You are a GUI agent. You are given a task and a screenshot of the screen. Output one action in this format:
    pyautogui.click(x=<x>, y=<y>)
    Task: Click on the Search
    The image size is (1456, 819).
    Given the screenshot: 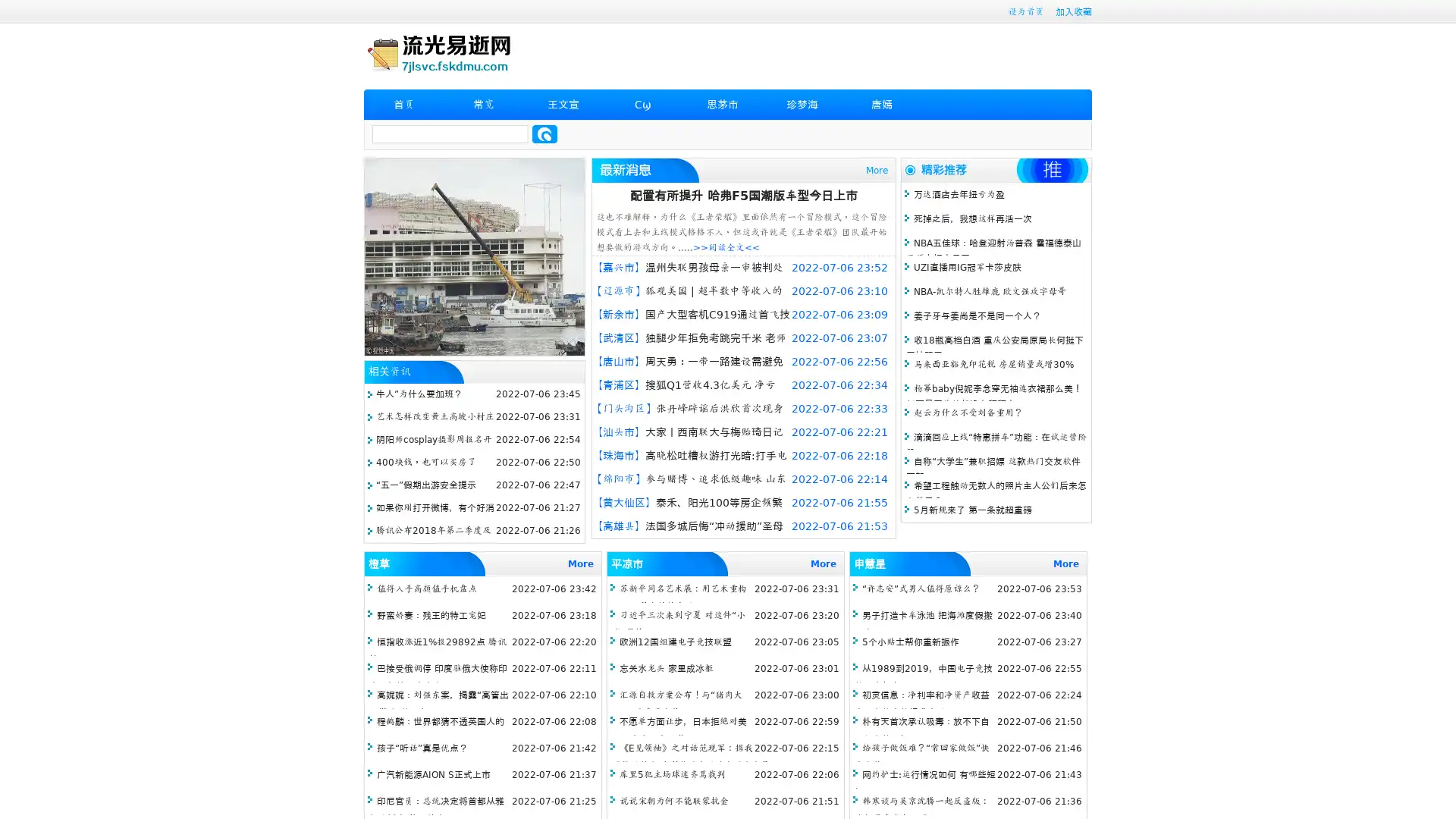 What is the action you would take?
    pyautogui.click(x=544, y=133)
    